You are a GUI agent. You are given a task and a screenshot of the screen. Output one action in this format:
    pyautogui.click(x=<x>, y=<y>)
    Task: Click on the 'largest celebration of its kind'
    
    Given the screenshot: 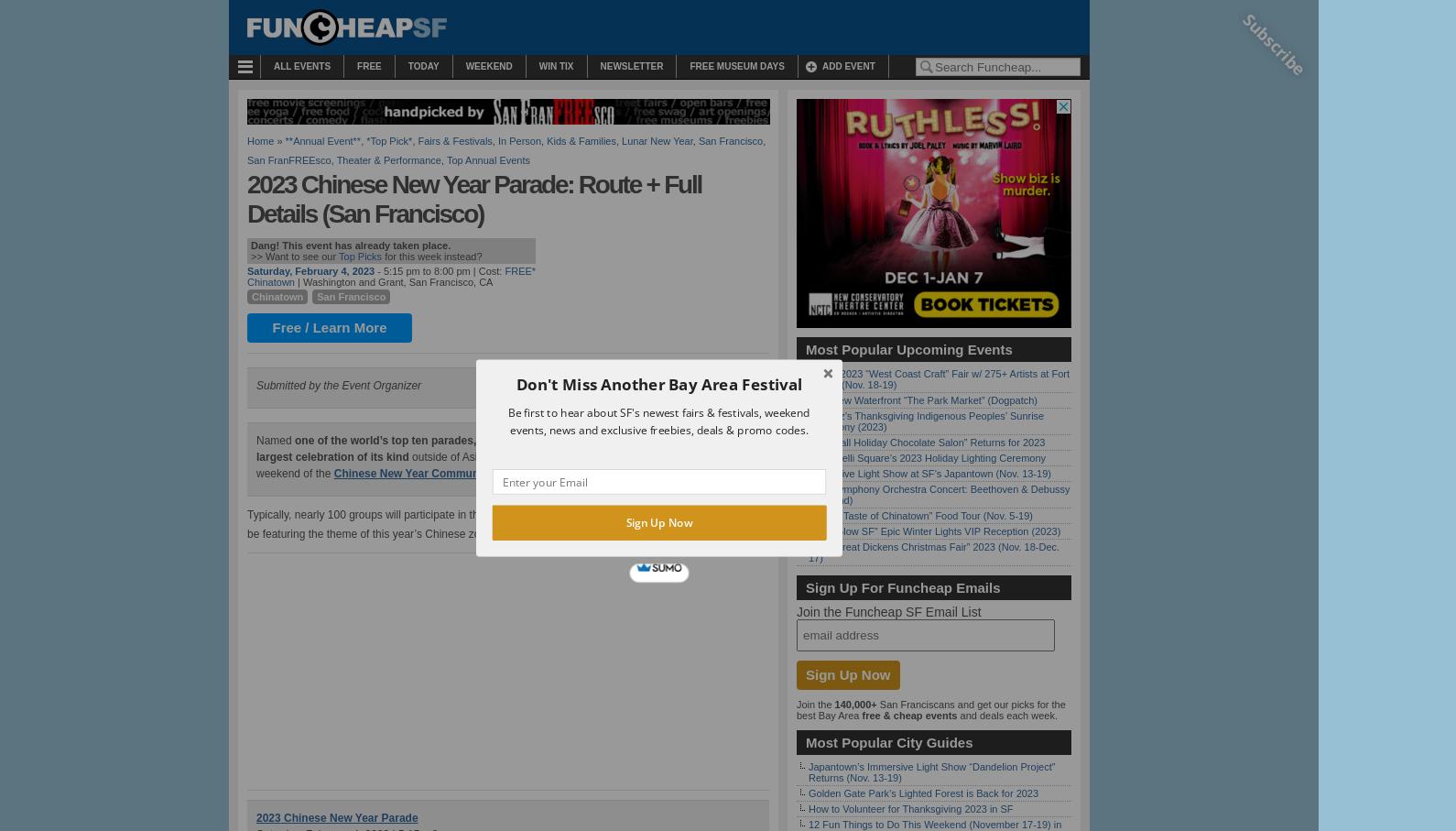 What is the action you would take?
    pyautogui.click(x=331, y=456)
    